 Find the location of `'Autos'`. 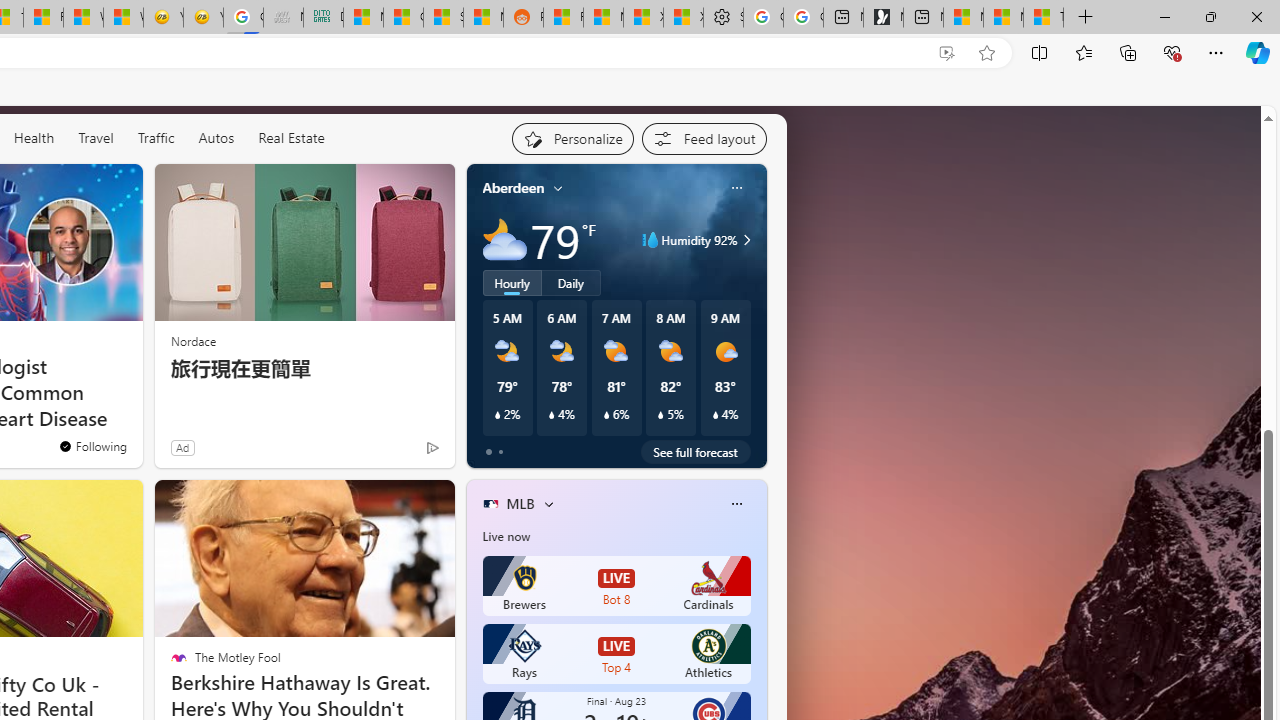

'Autos' is located at coordinates (216, 136).